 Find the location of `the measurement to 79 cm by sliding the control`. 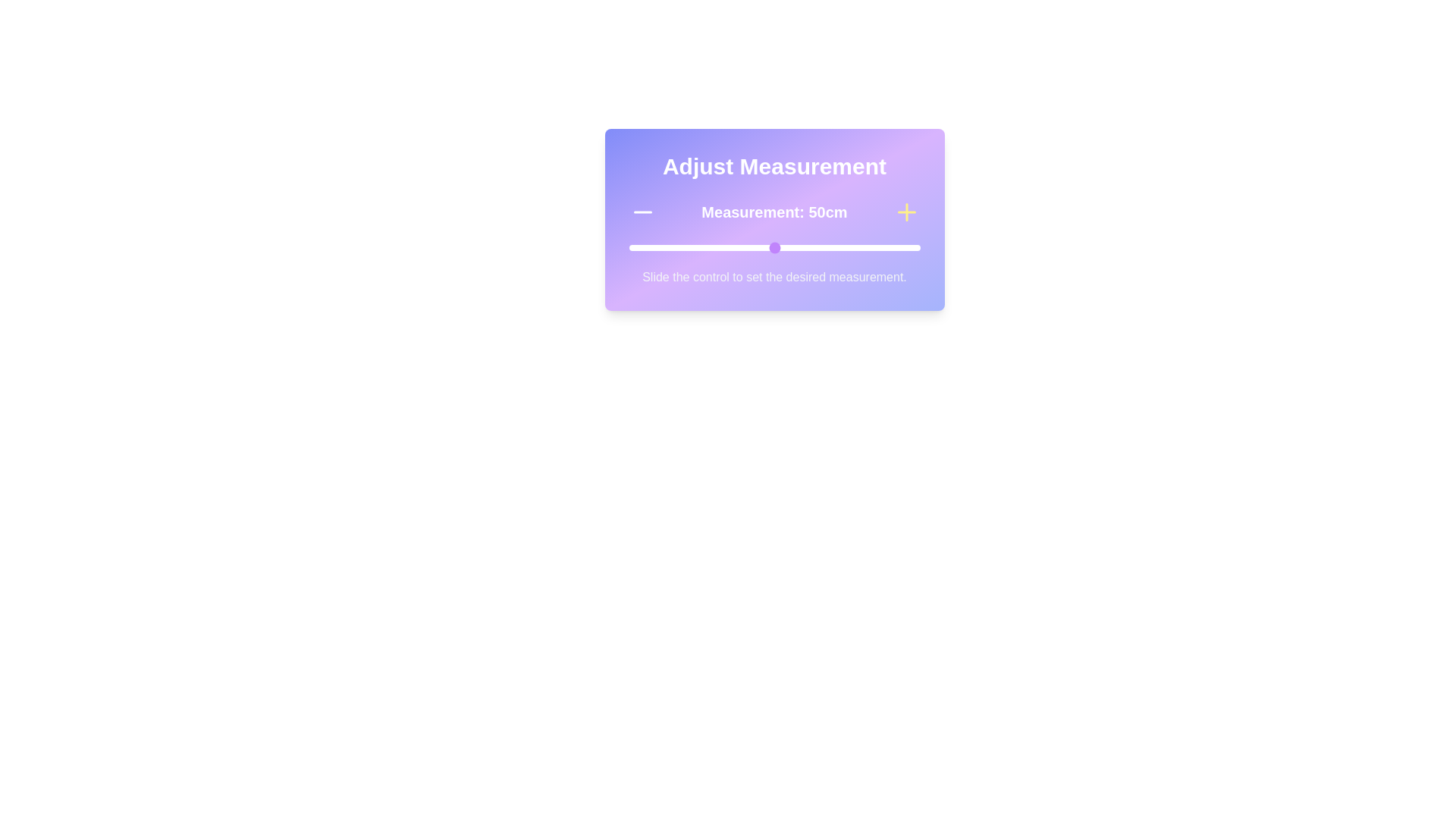

the measurement to 79 cm by sliding the control is located at coordinates (858, 247).